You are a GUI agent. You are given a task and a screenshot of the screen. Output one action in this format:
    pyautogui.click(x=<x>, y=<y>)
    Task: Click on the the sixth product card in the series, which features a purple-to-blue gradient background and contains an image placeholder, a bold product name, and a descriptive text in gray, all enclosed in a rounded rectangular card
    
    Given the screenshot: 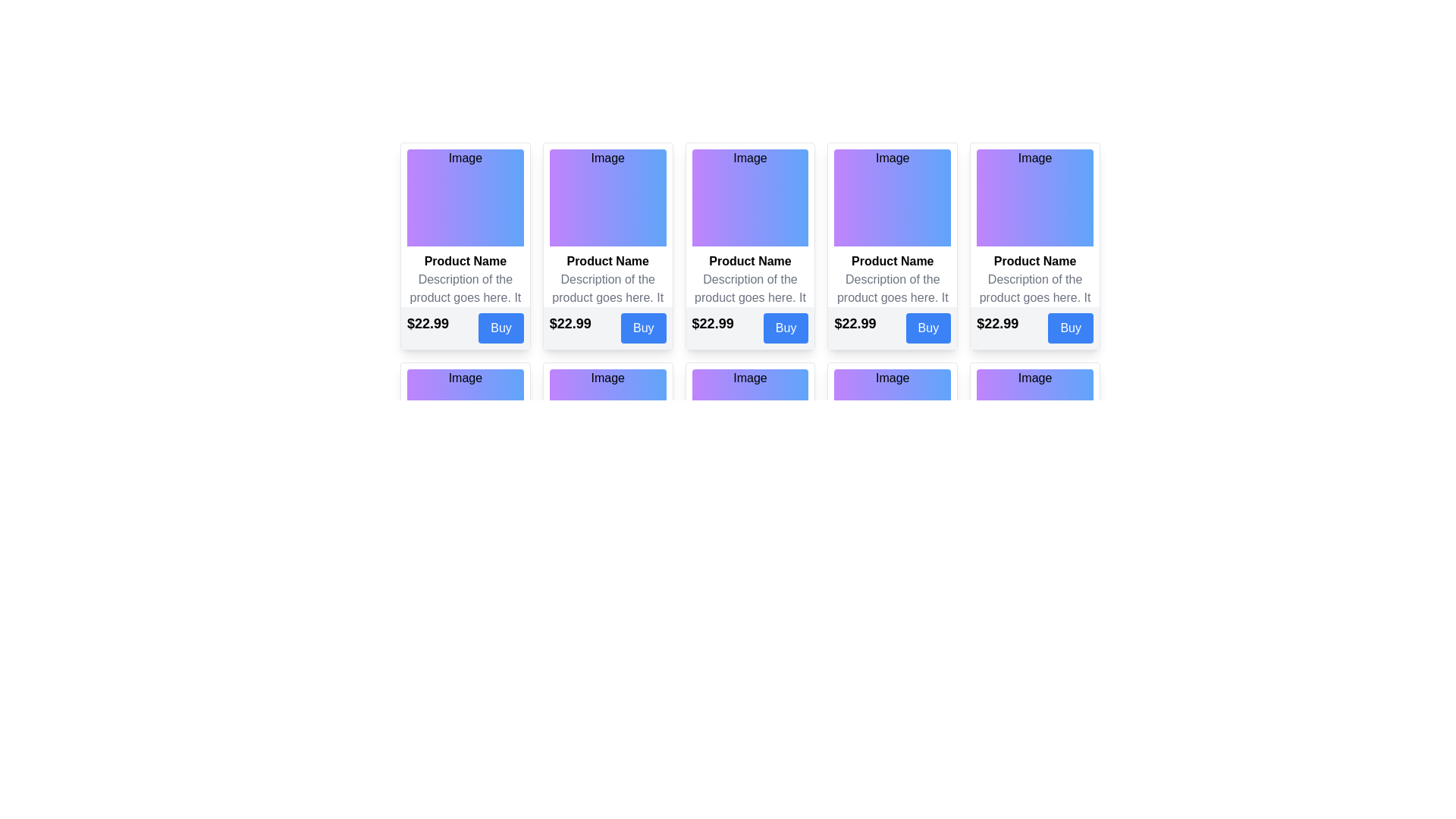 What is the action you would take?
    pyautogui.click(x=1034, y=245)
    